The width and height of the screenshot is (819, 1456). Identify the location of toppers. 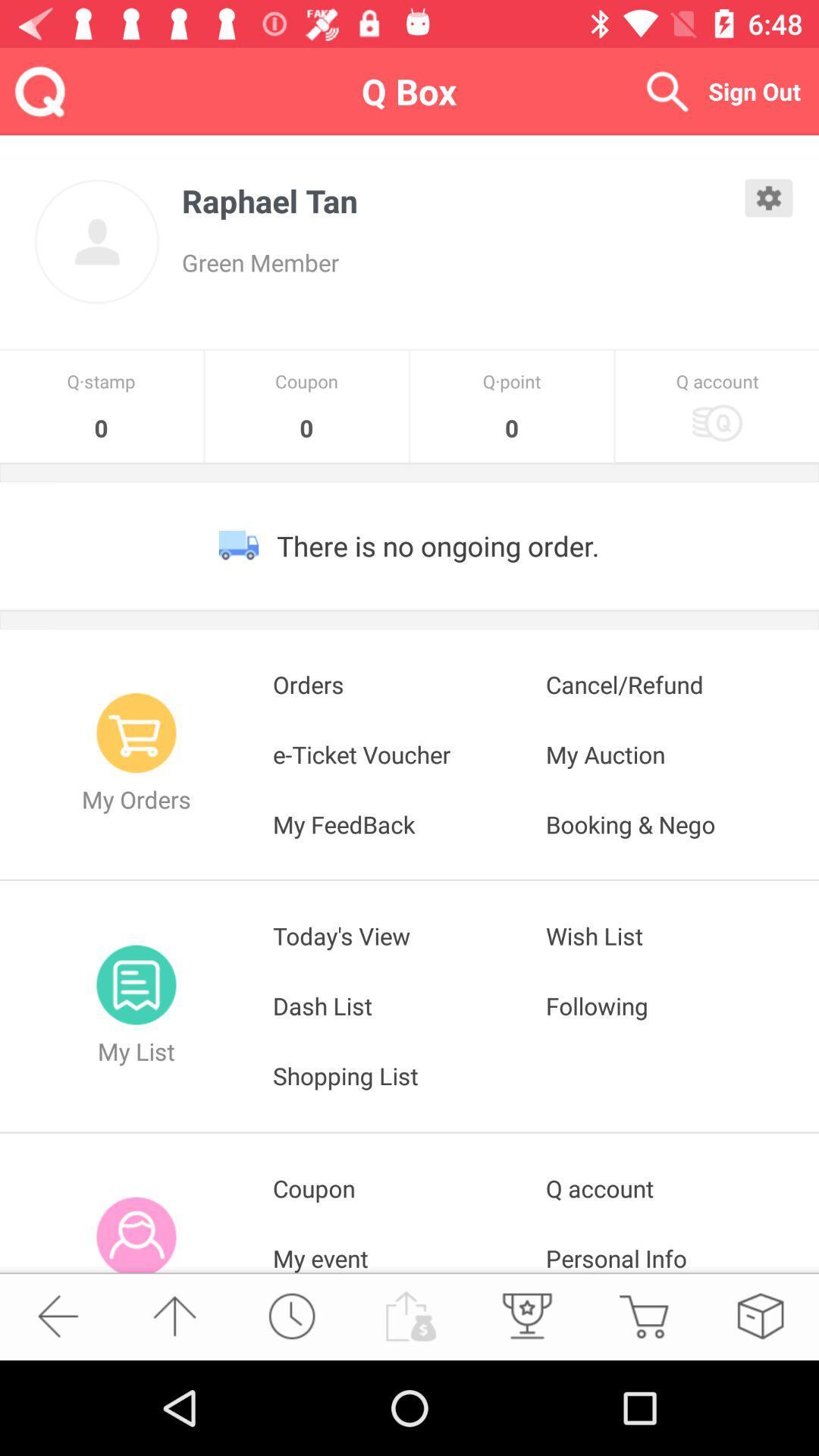
(525, 1315).